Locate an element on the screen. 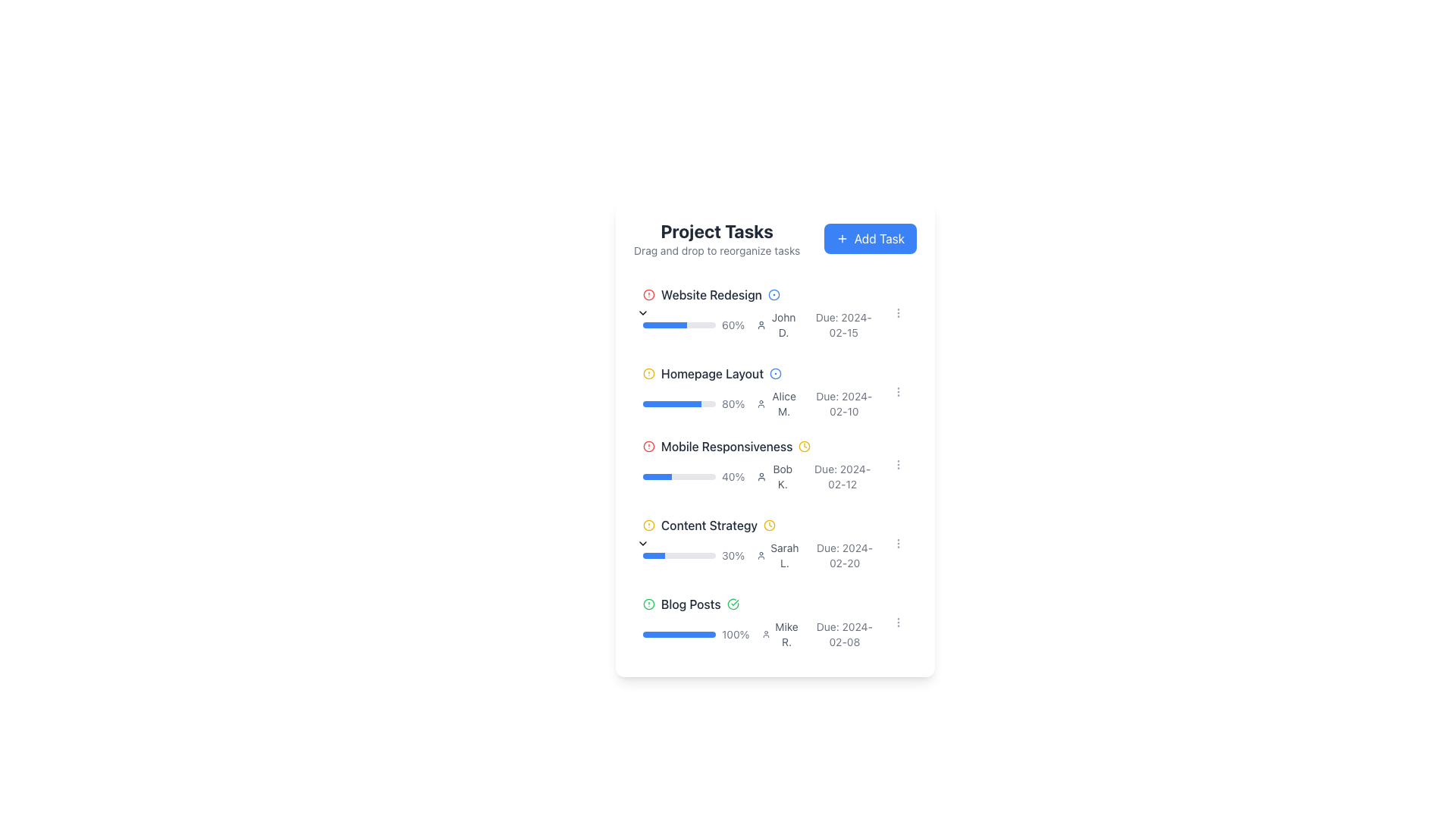  the warning icon located on the left side of the 'Content Strategy' task line, which indicates a warning or issue associated with the task is located at coordinates (648, 525).